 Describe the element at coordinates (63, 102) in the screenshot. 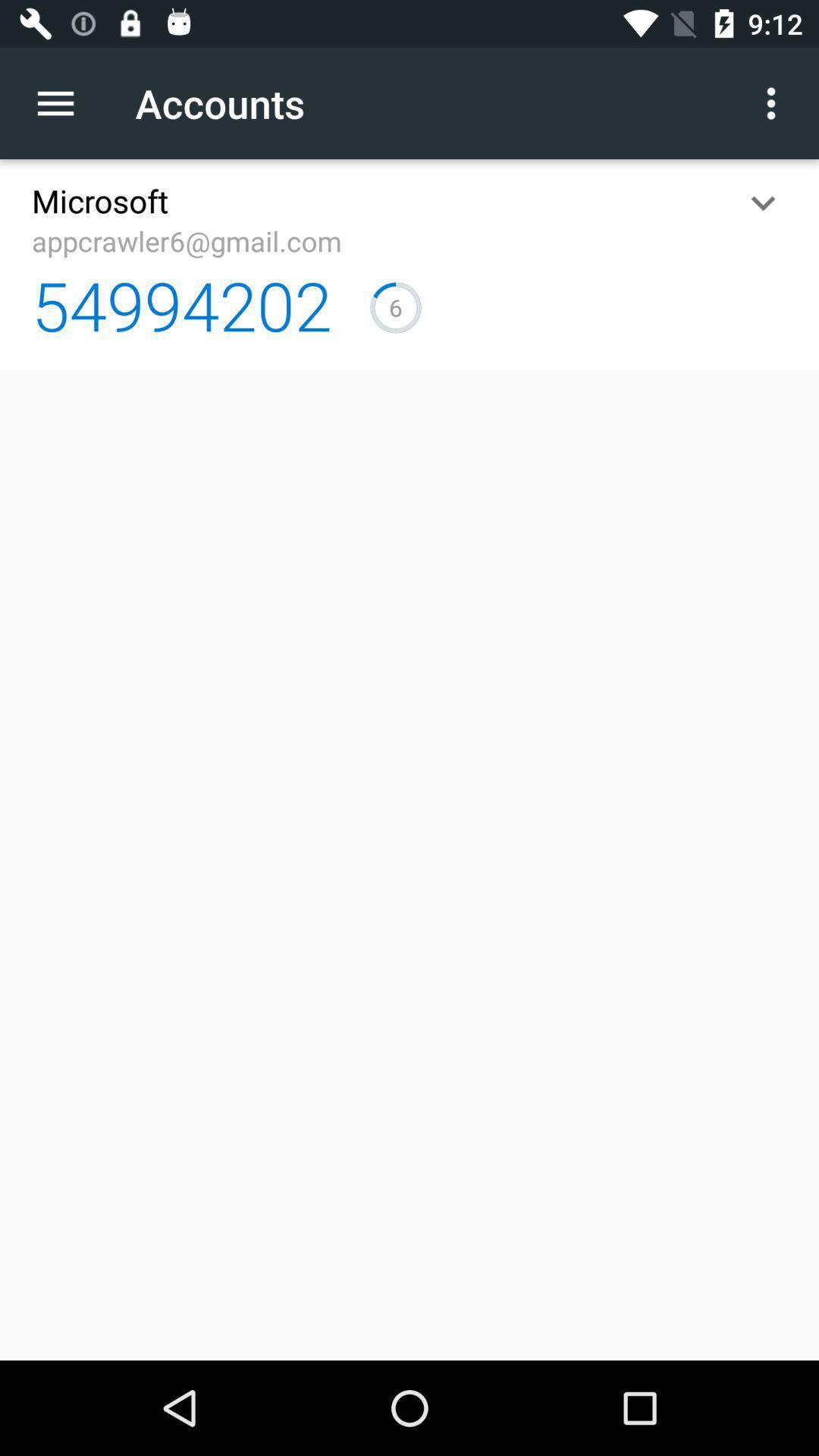

I see `app next to the accounts` at that location.